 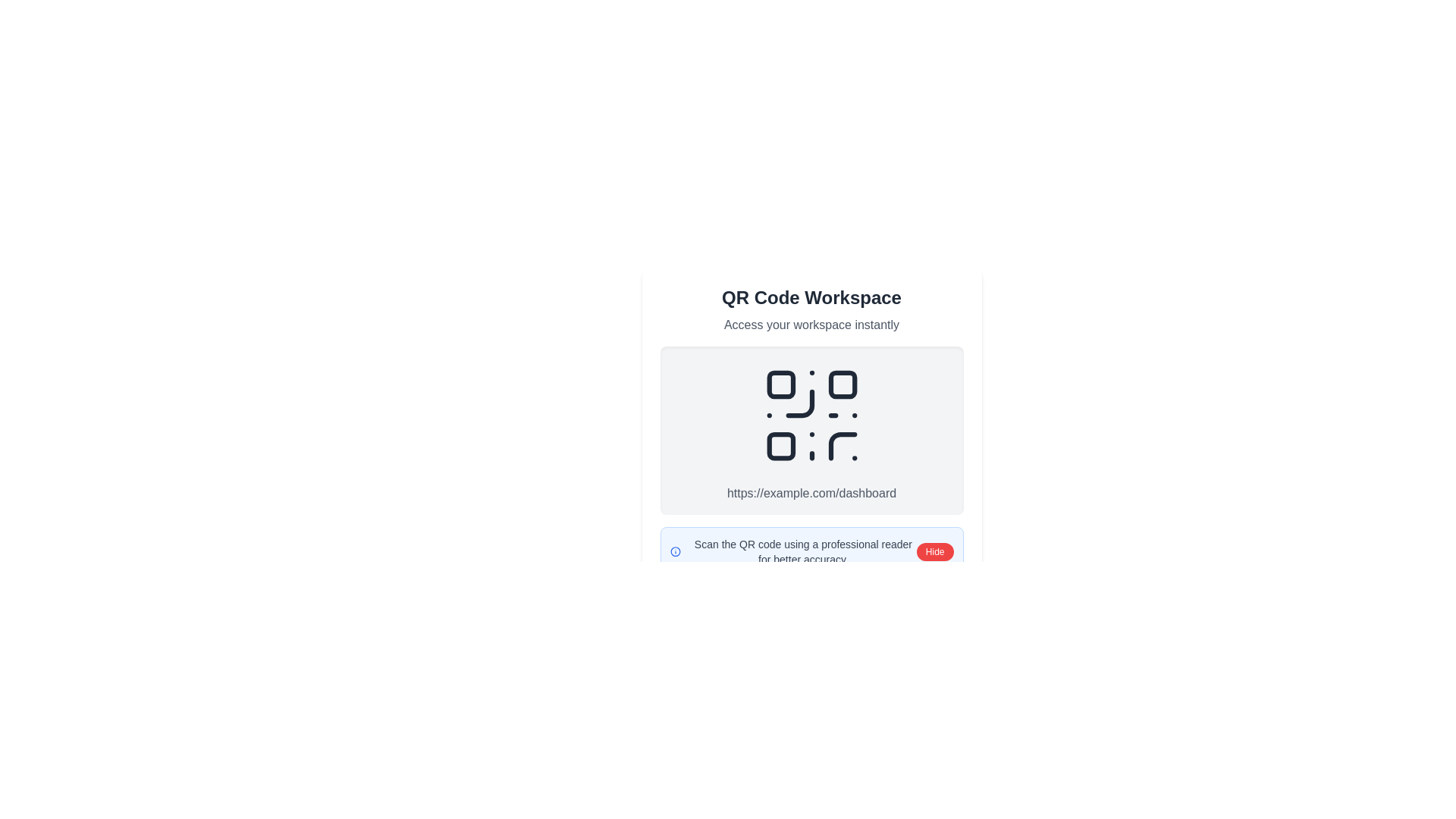 What do you see at coordinates (674, 552) in the screenshot?
I see `the small, circular blue icon with an outlined 'i' in the center, which indicates information and precedes the text 'Scan the QR code using a professional reader for better accuracy.'` at bounding box center [674, 552].